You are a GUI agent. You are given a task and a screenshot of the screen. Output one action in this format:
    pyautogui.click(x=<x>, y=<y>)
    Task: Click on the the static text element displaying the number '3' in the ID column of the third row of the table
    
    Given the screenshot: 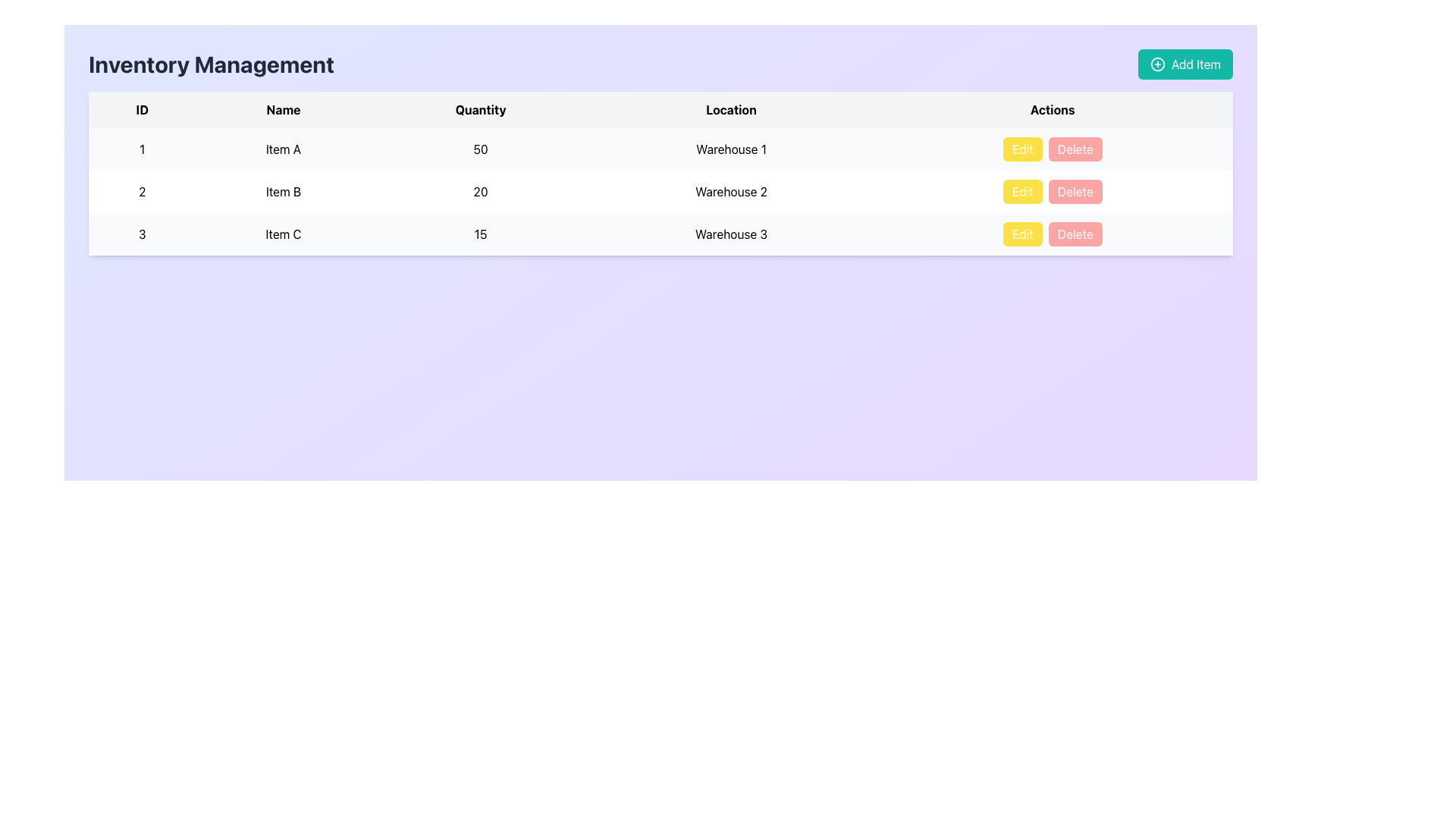 What is the action you would take?
    pyautogui.click(x=142, y=234)
    